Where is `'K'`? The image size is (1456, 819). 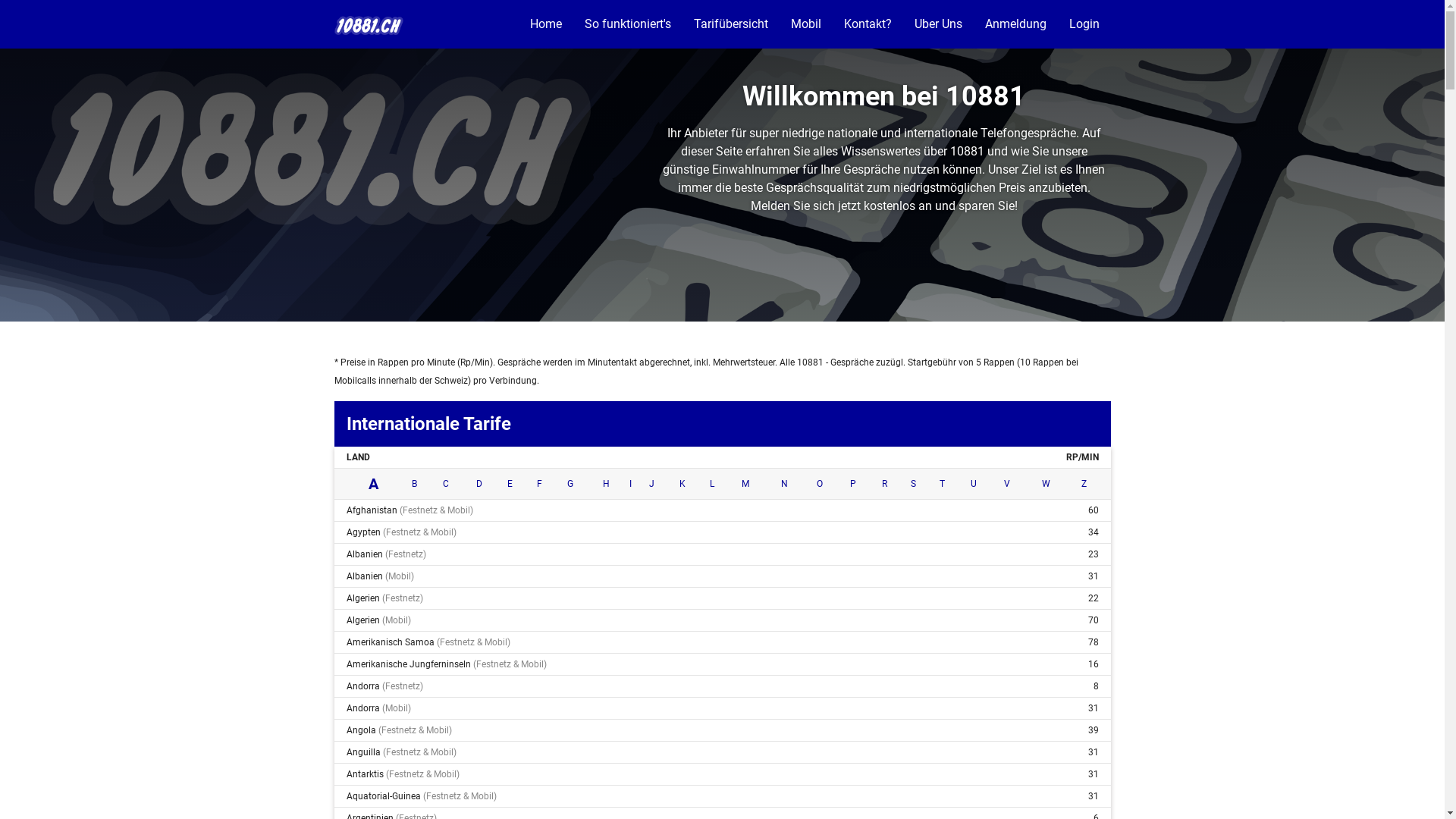
'K' is located at coordinates (682, 483).